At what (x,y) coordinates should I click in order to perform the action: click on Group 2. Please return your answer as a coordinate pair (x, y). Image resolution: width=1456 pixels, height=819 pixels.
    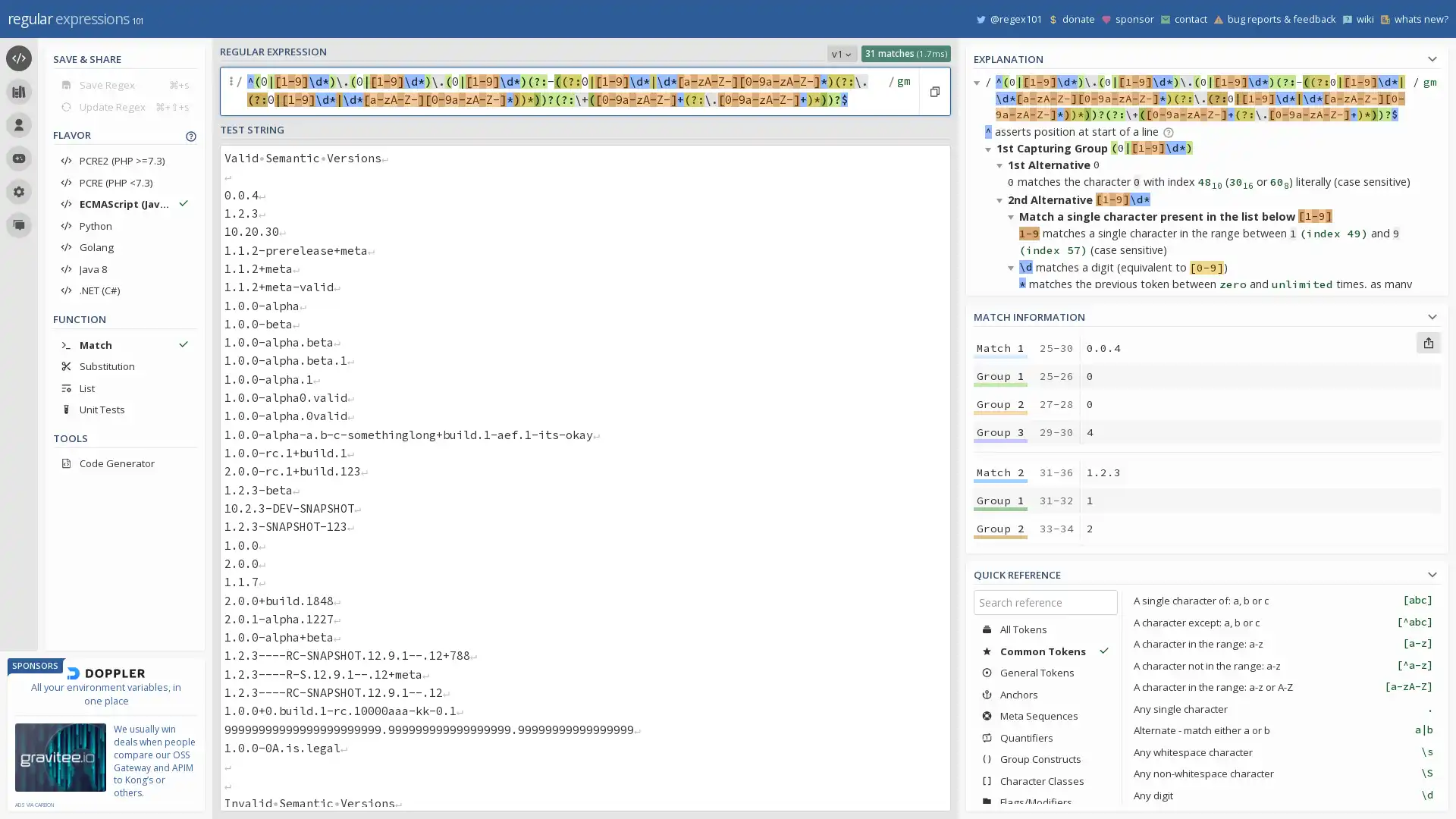
    Looking at the image, I should click on (1000, 403).